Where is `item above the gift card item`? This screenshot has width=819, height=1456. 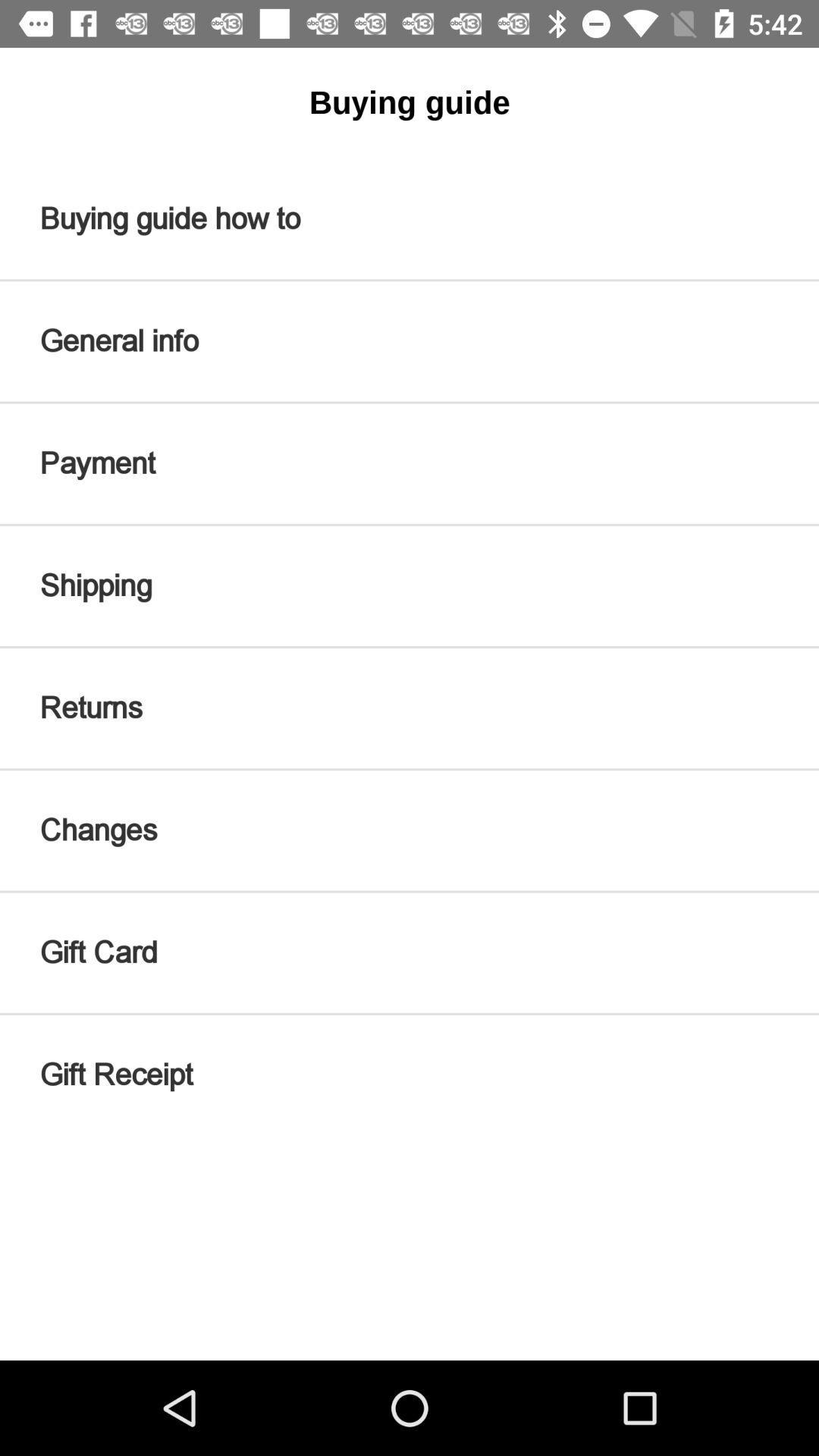
item above the gift card item is located at coordinates (409, 830).